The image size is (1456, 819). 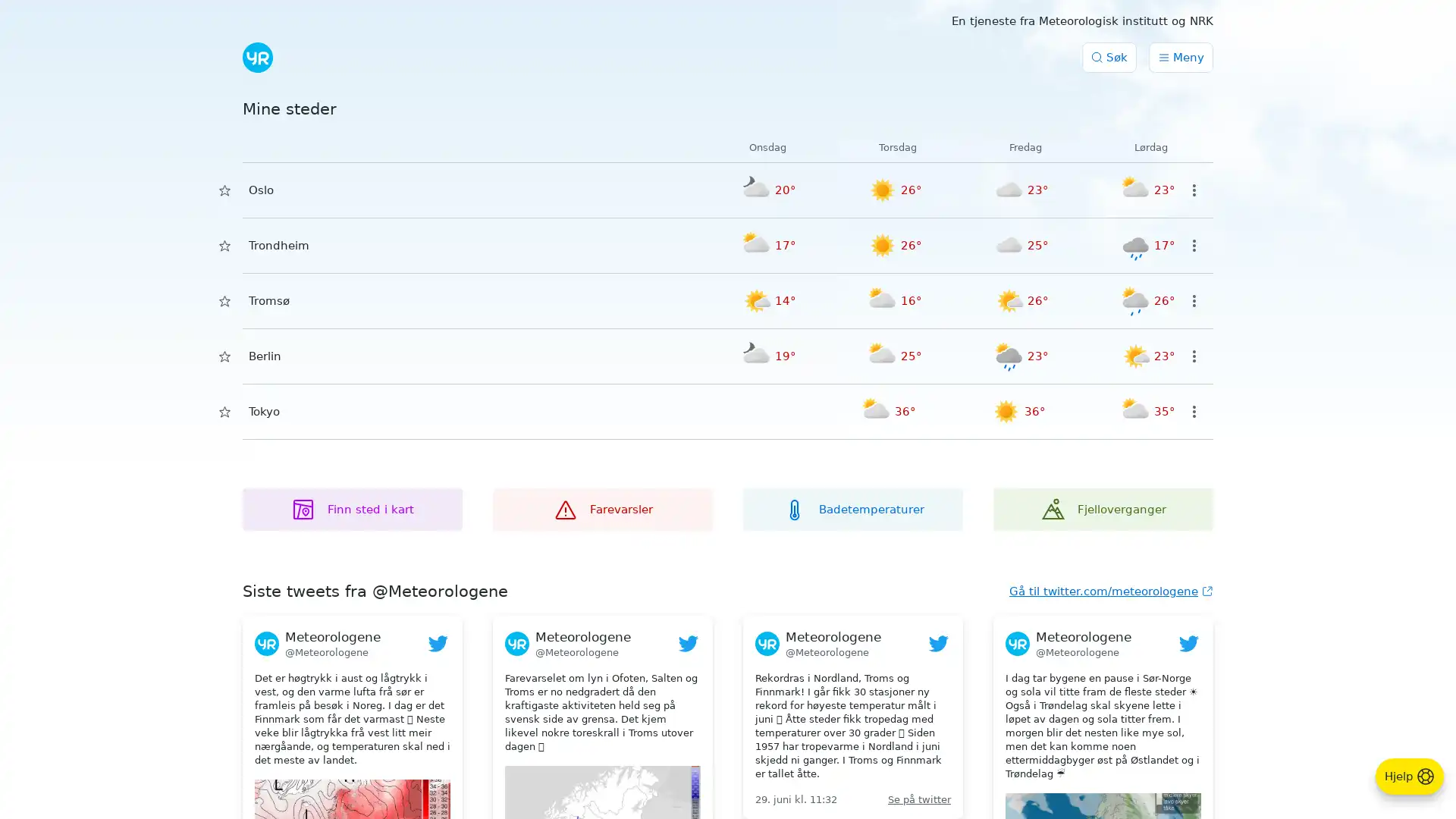 What do you see at coordinates (280, 58) in the screenshot?
I see `Submit` at bounding box center [280, 58].